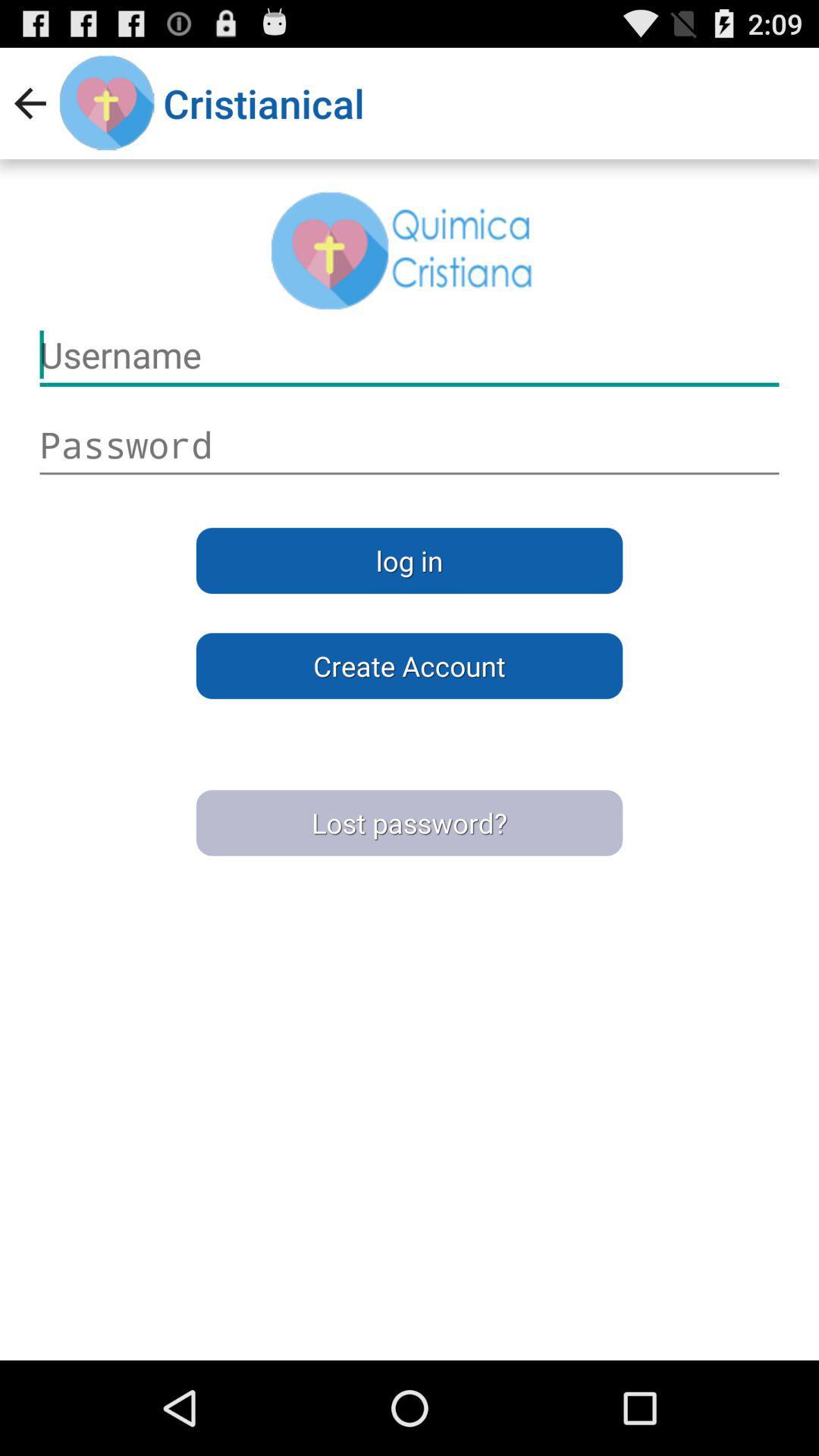 This screenshot has width=819, height=1456. What do you see at coordinates (409, 666) in the screenshot?
I see `the icon above lost password? item` at bounding box center [409, 666].